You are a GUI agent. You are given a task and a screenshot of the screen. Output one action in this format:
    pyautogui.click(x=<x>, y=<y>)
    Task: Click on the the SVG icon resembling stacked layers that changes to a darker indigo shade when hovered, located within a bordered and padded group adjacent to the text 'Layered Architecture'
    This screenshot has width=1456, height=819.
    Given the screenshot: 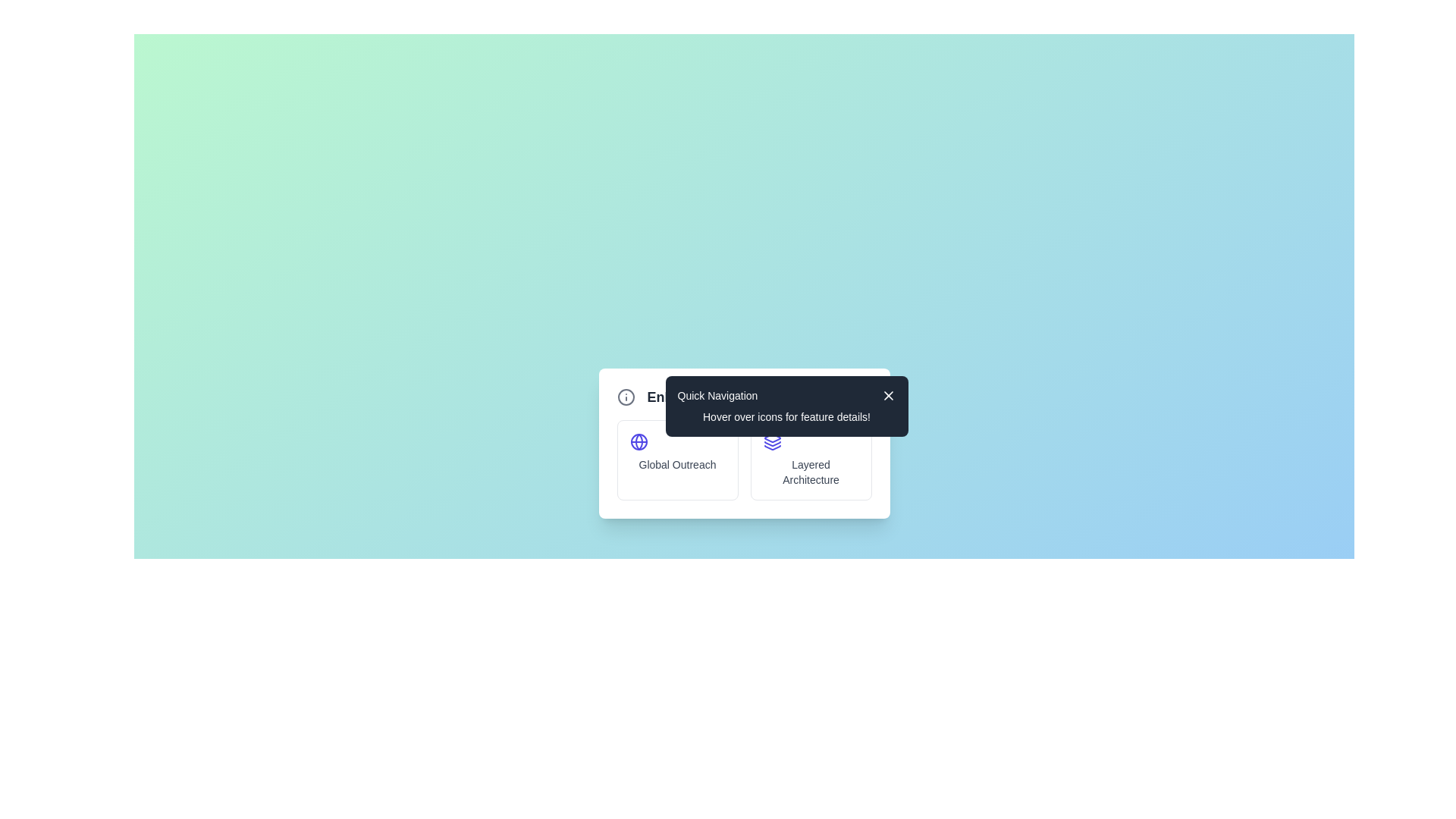 What is the action you would take?
    pyautogui.click(x=772, y=441)
    